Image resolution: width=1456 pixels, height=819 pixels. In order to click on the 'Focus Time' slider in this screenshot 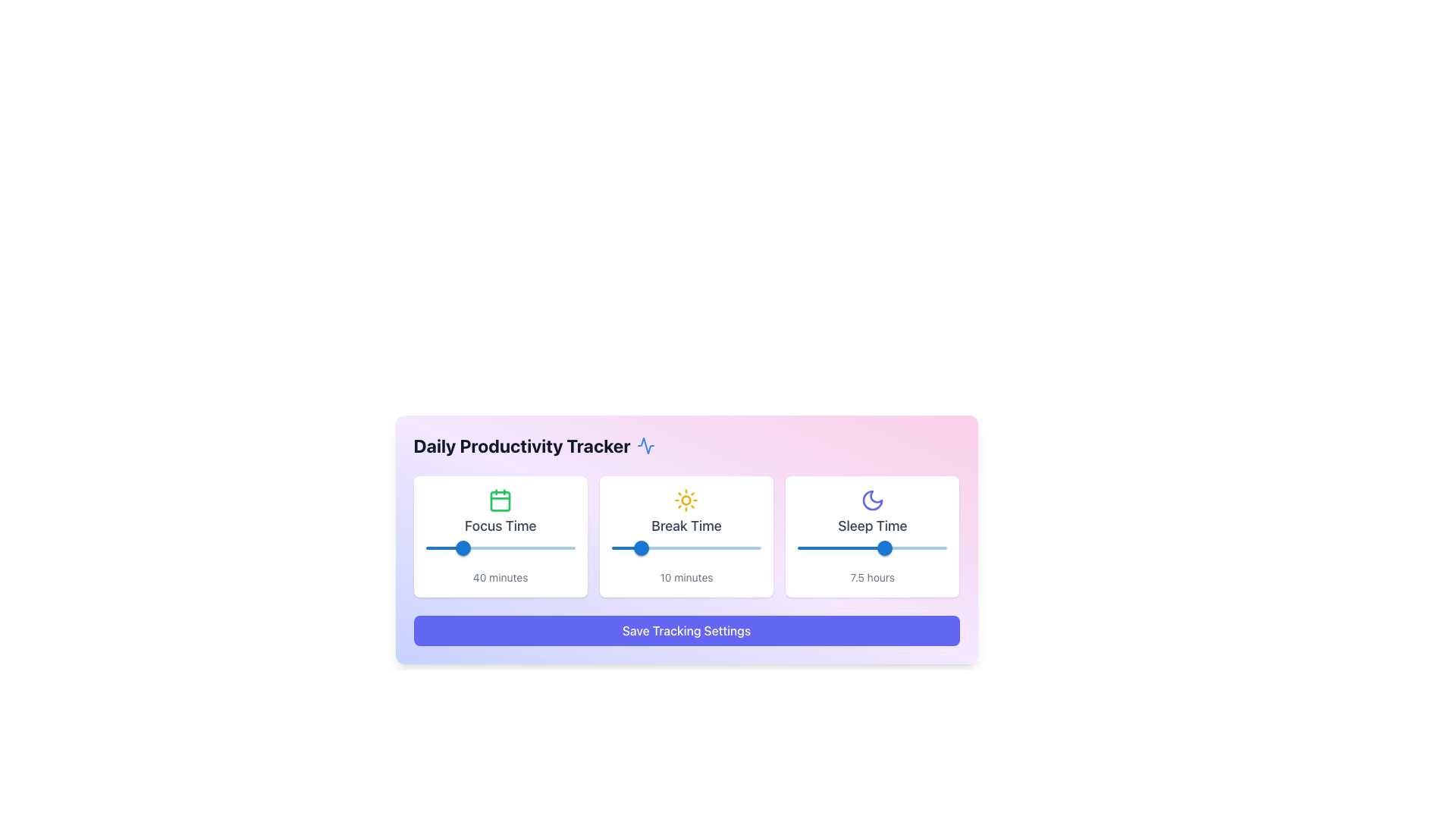, I will do `click(444, 546)`.